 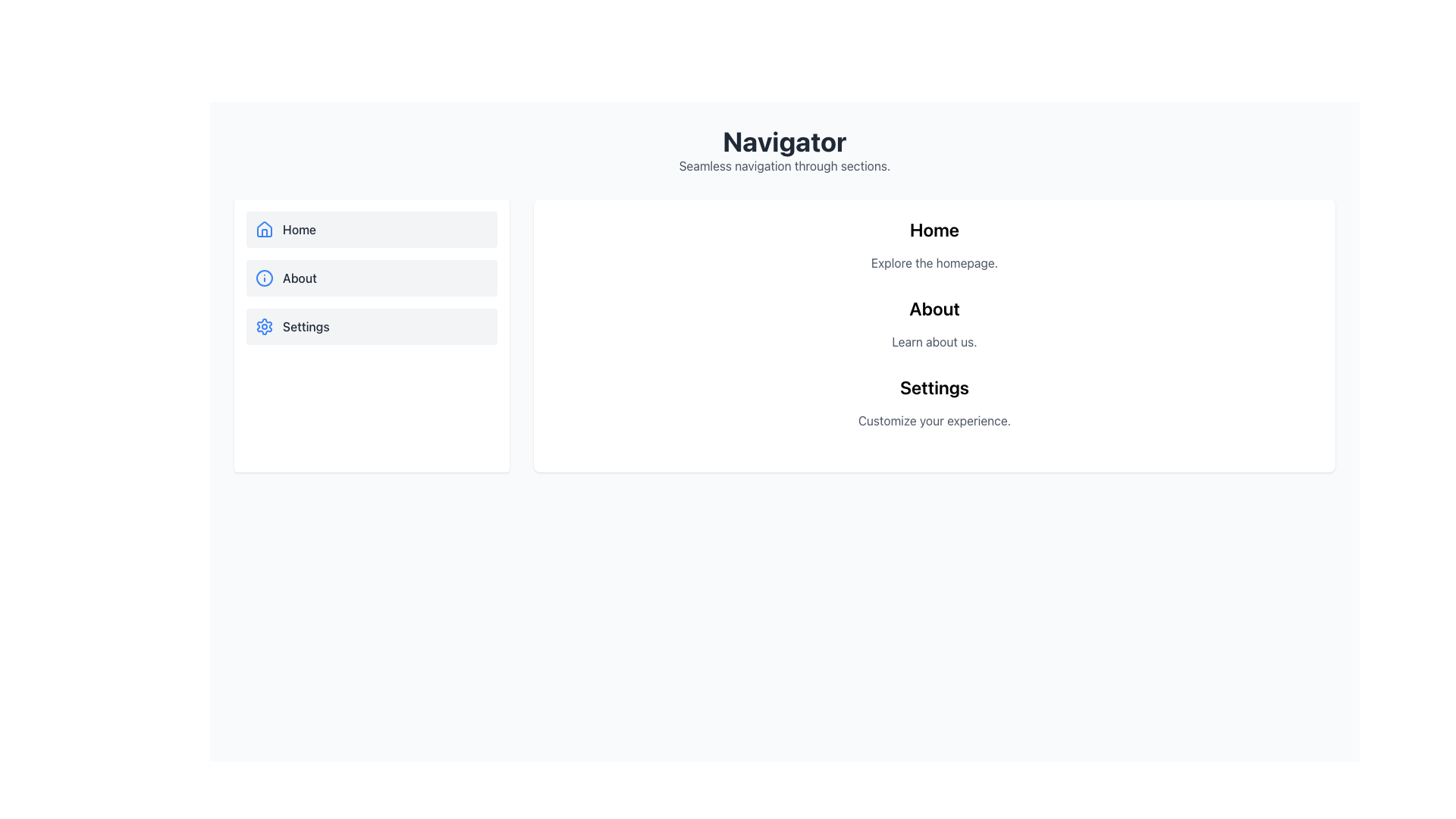 I want to click on the Heading element located centrally at the top of the view, which serves as the title or header for the section, so click(x=785, y=141).